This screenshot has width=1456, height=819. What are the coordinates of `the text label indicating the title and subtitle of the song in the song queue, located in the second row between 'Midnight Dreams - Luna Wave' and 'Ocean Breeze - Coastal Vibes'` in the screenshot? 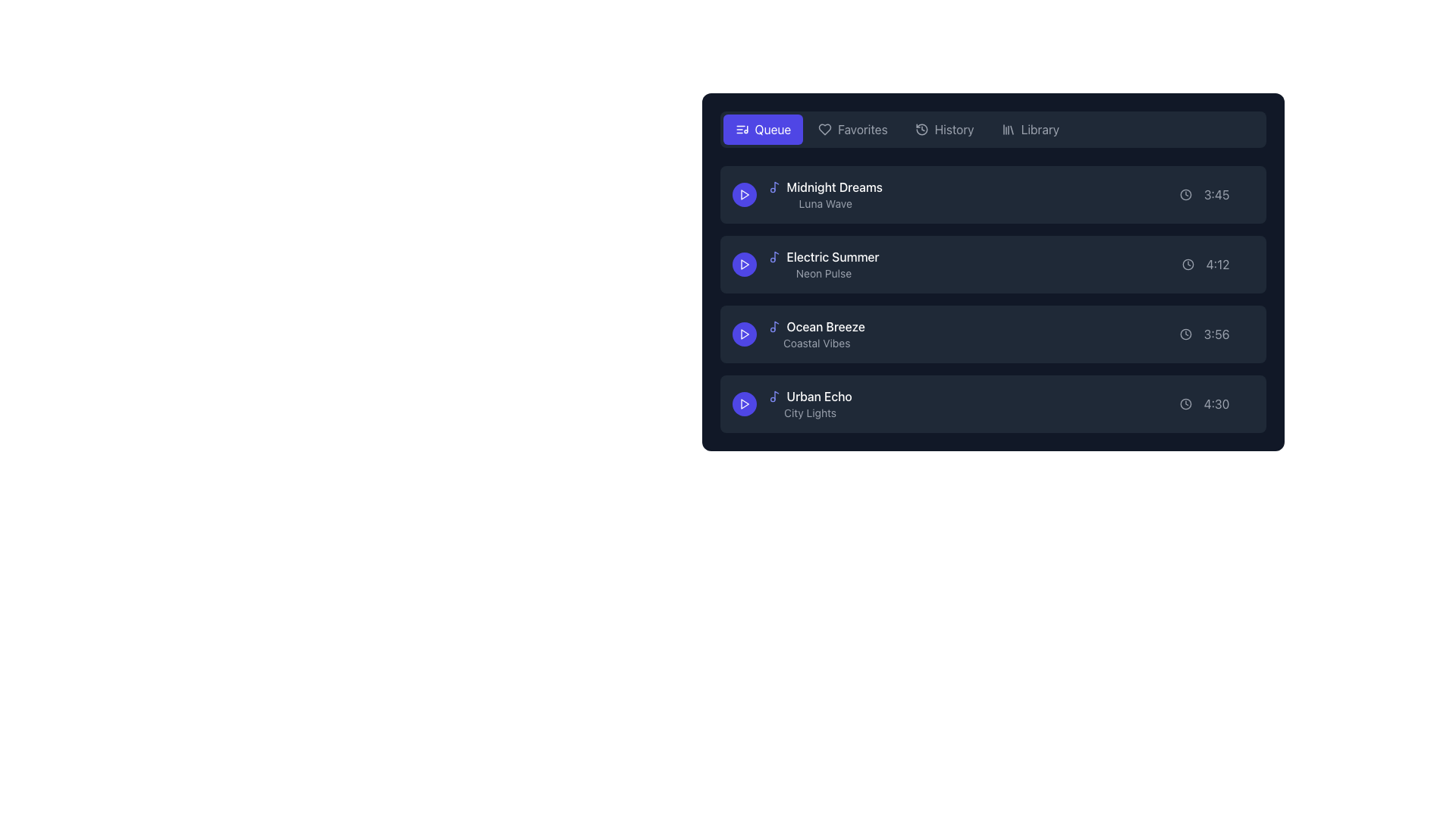 It's located at (805, 263).